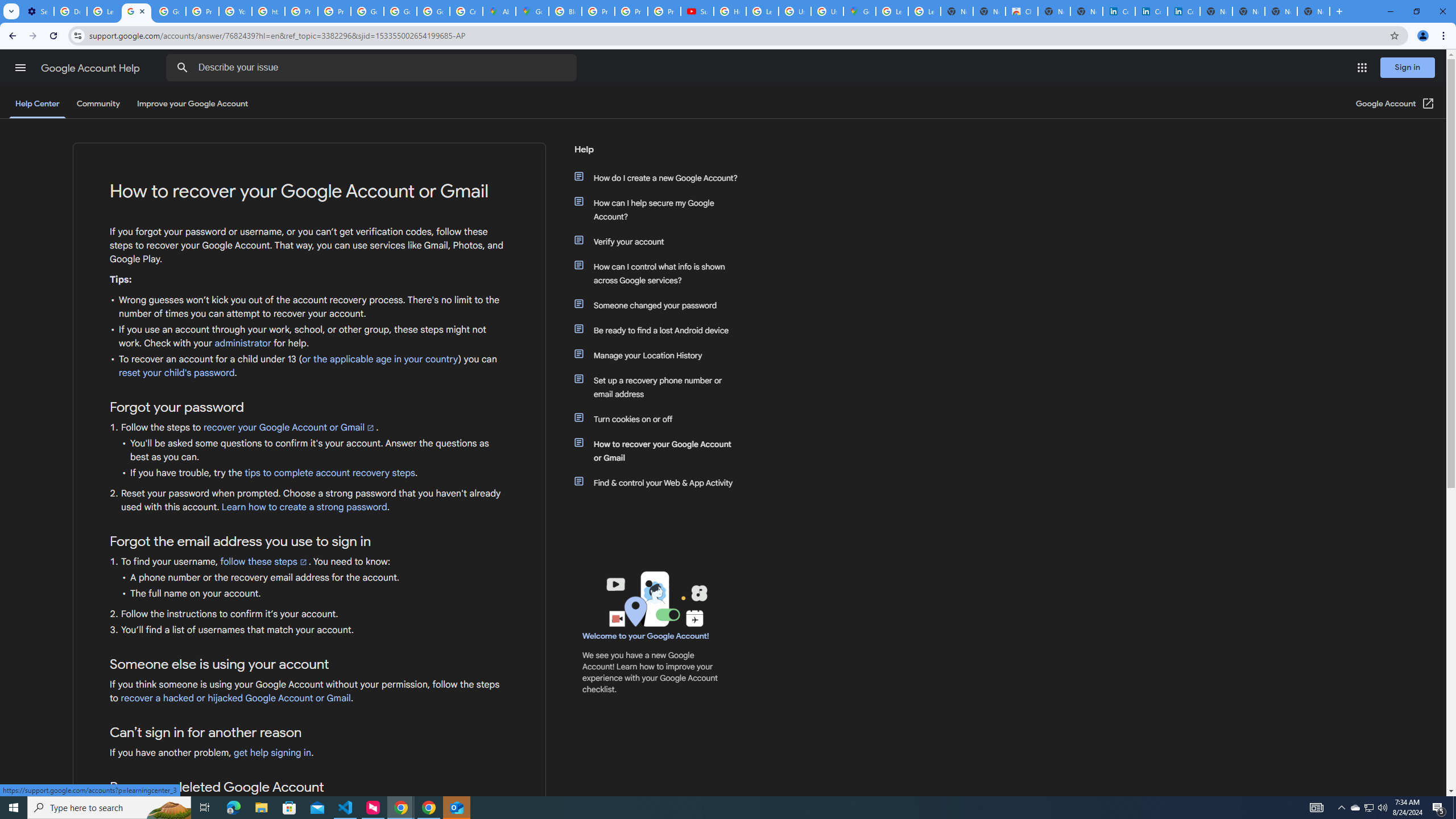 Image resolution: width=1456 pixels, height=819 pixels. What do you see at coordinates (661, 419) in the screenshot?
I see `'Turn cookies on or off'` at bounding box center [661, 419].